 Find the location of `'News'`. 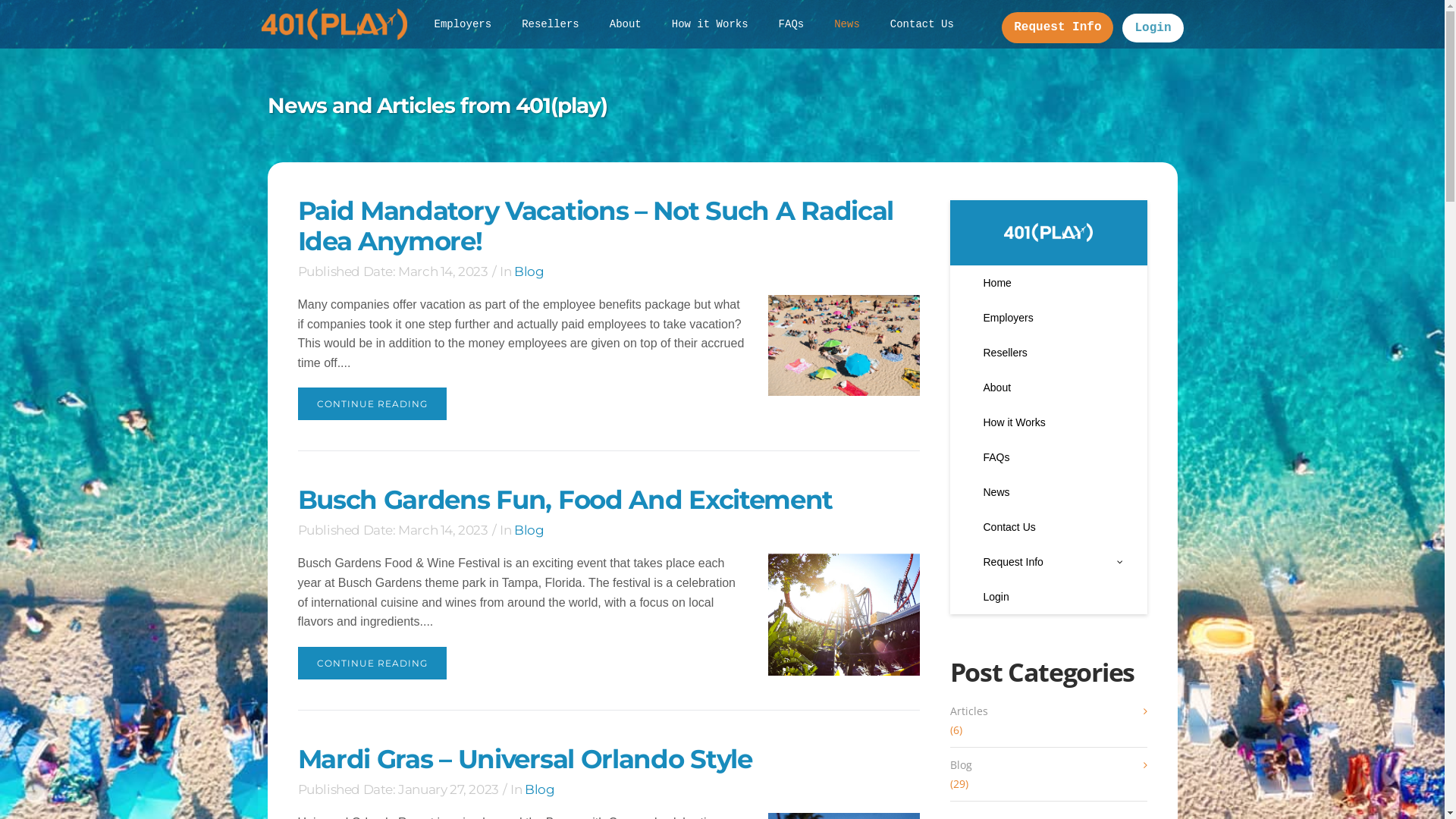

'News' is located at coordinates (846, 24).